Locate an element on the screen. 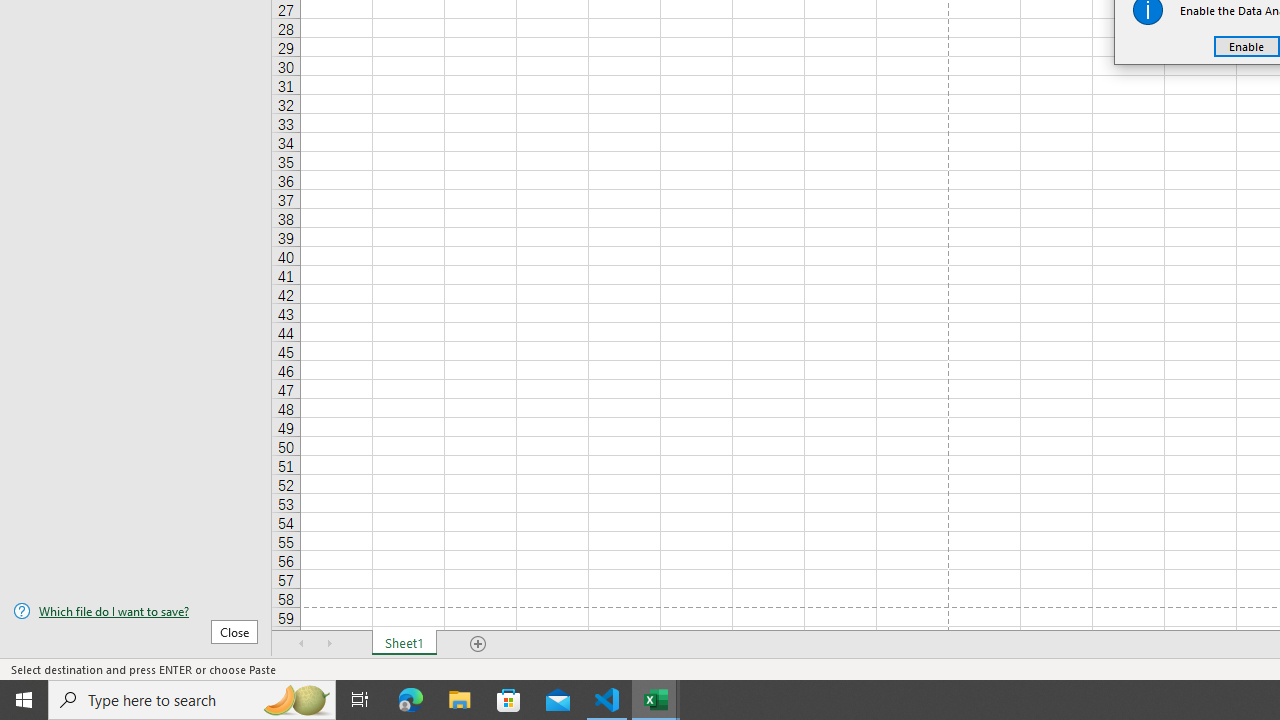 The image size is (1280, 720). 'Microsoft Edge' is located at coordinates (410, 698).